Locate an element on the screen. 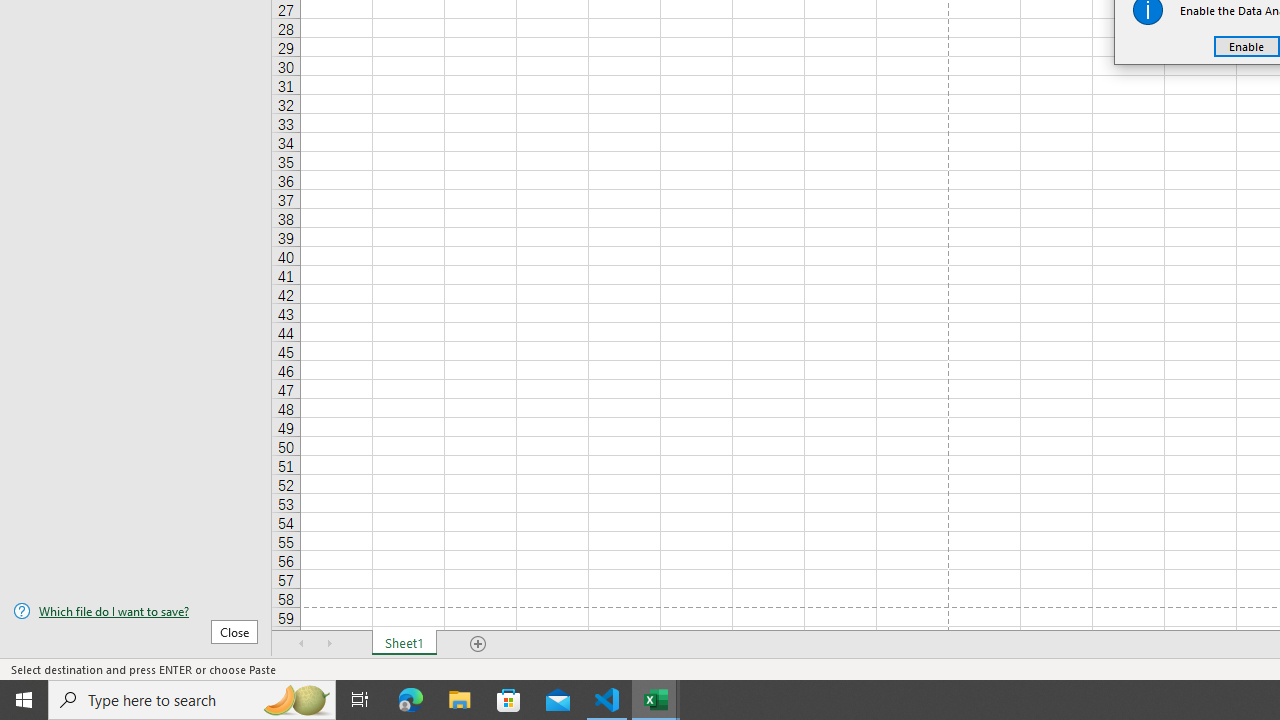 The image size is (1280, 720). 'Microsoft Edge' is located at coordinates (410, 698).